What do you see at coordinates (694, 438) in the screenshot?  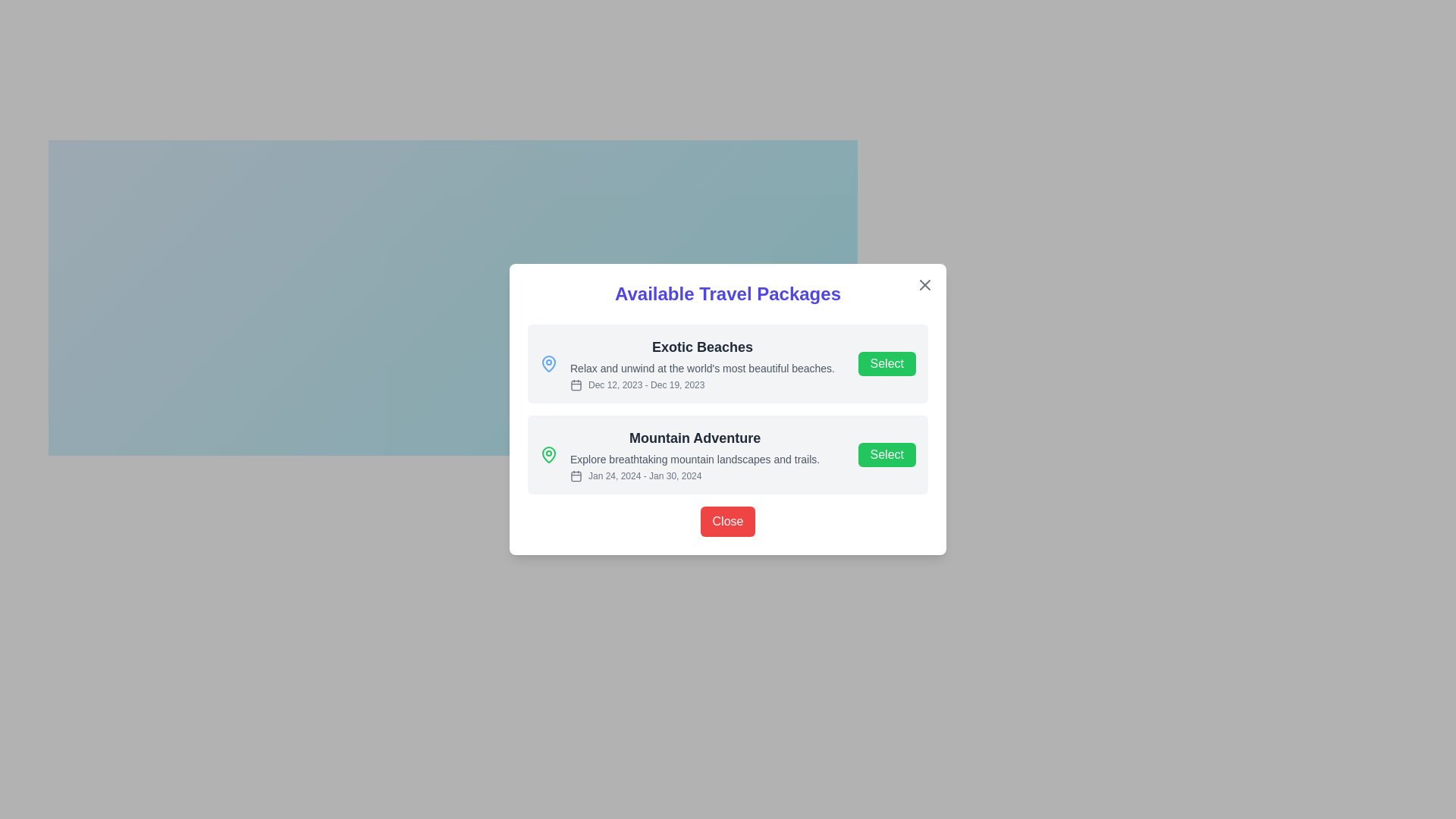 I see `the text element 'Mountain Adventure', which is displayed in a larger and bold font style, located in the middle section of the dialog box titled 'Available Travel Packages'` at bounding box center [694, 438].